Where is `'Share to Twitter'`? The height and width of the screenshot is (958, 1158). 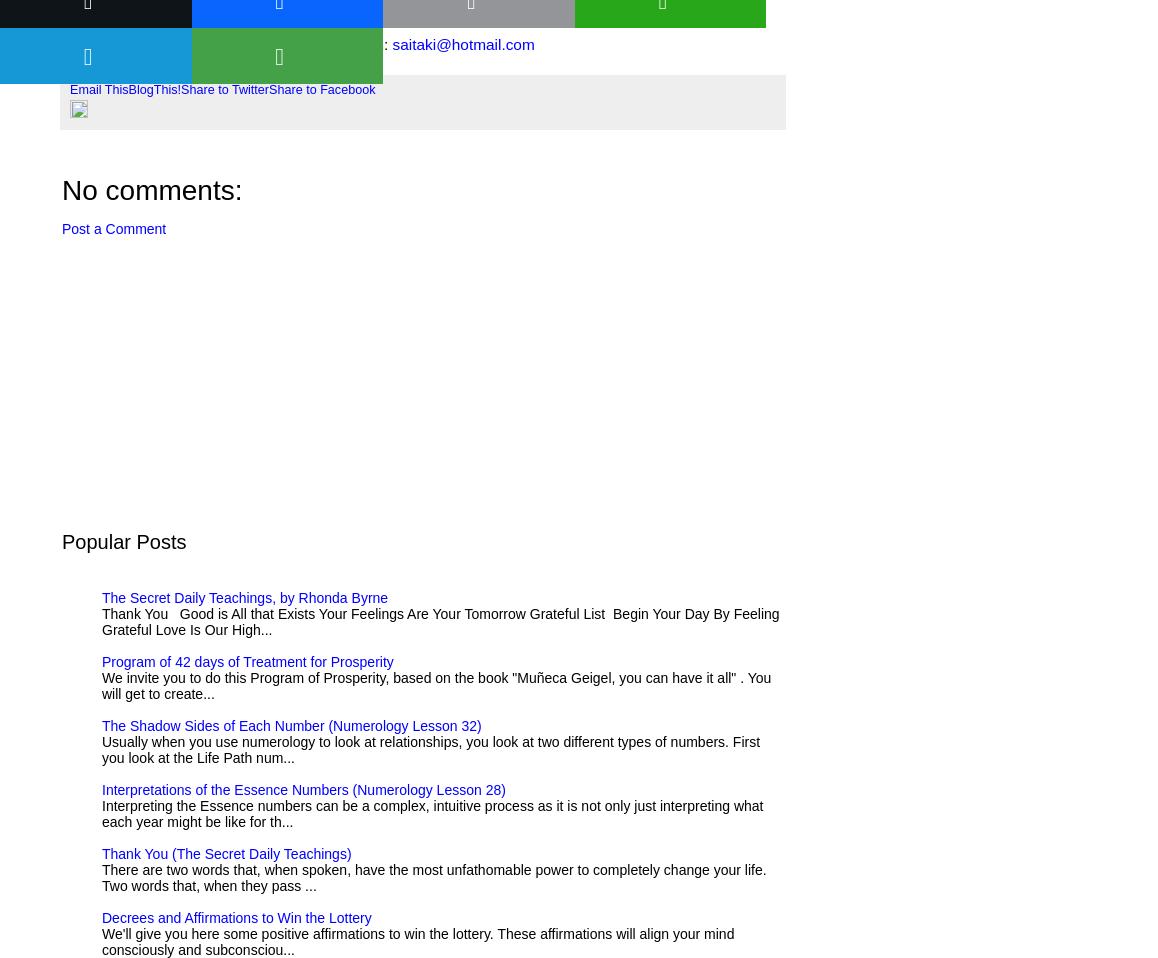 'Share to Twitter' is located at coordinates (224, 89).